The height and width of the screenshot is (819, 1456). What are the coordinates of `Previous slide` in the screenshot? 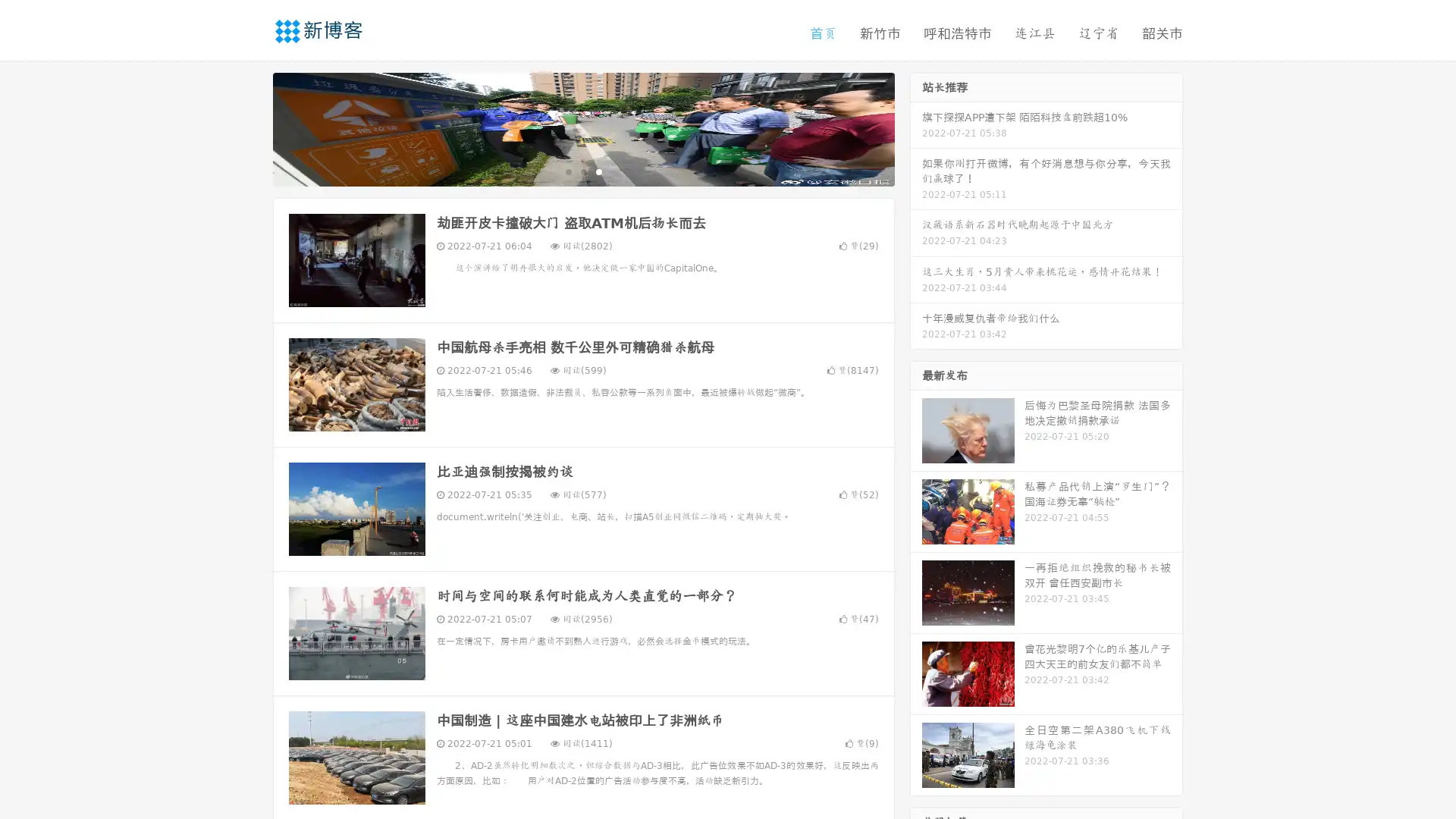 It's located at (250, 127).